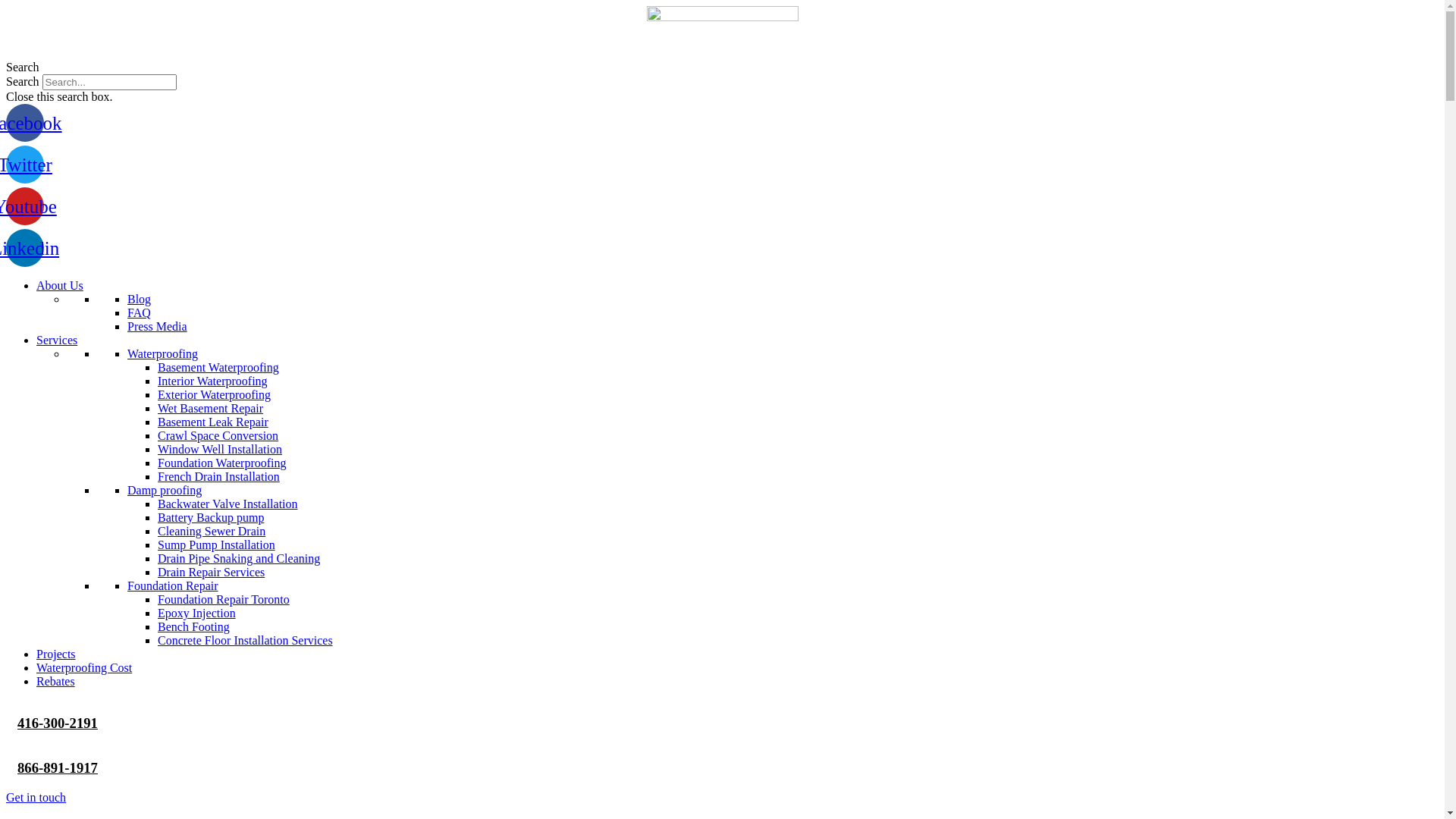 The width and height of the screenshot is (1456, 819). Describe the element at coordinates (5, 5) in the screenshot. I see `'Skip to content'` at that location.